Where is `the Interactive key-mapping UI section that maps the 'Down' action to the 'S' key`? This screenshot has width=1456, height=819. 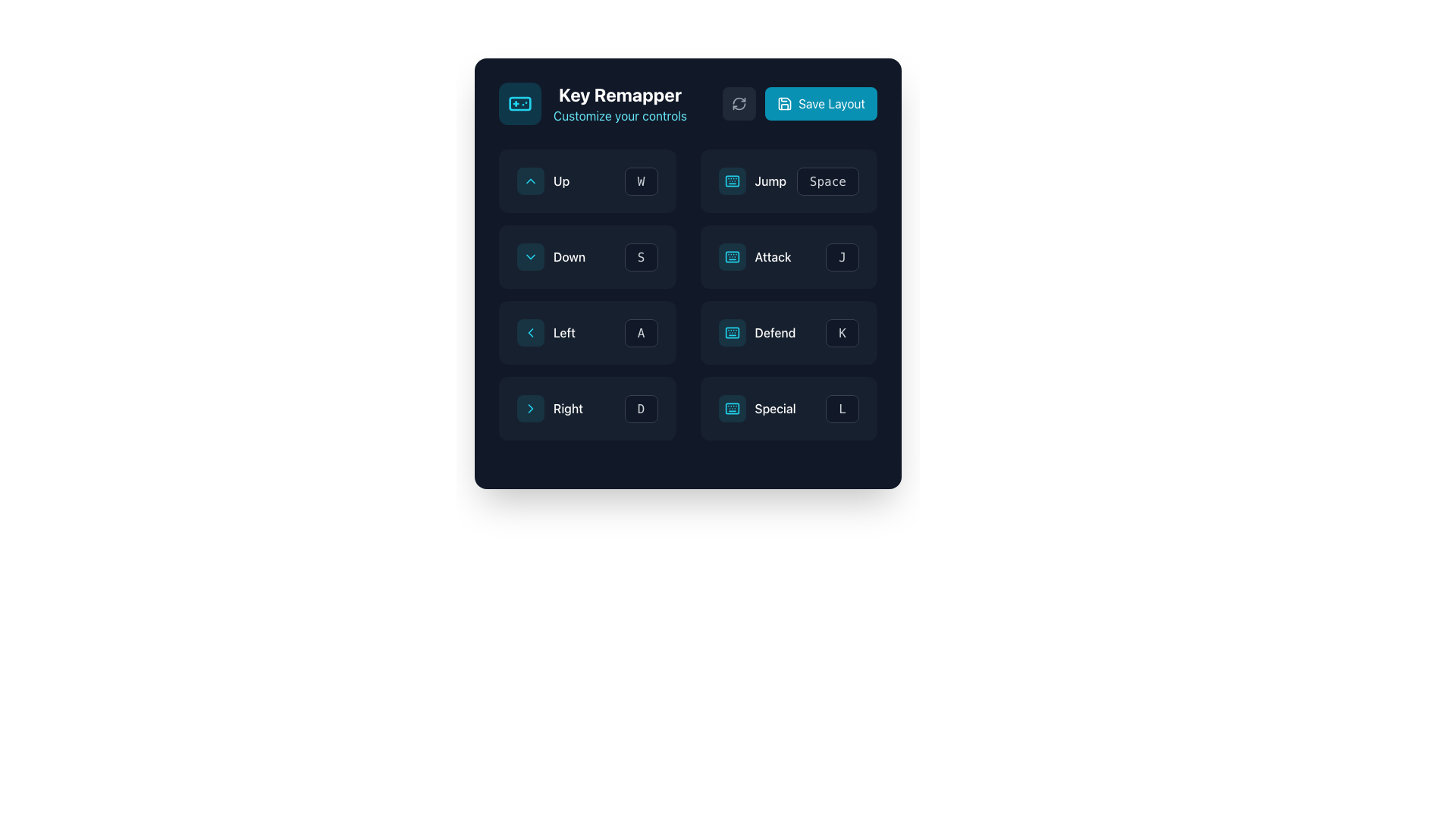 the Interactive key-mapping UI section that maps the 'Down' action to the 'S' key is located at coordinates (586, 256).